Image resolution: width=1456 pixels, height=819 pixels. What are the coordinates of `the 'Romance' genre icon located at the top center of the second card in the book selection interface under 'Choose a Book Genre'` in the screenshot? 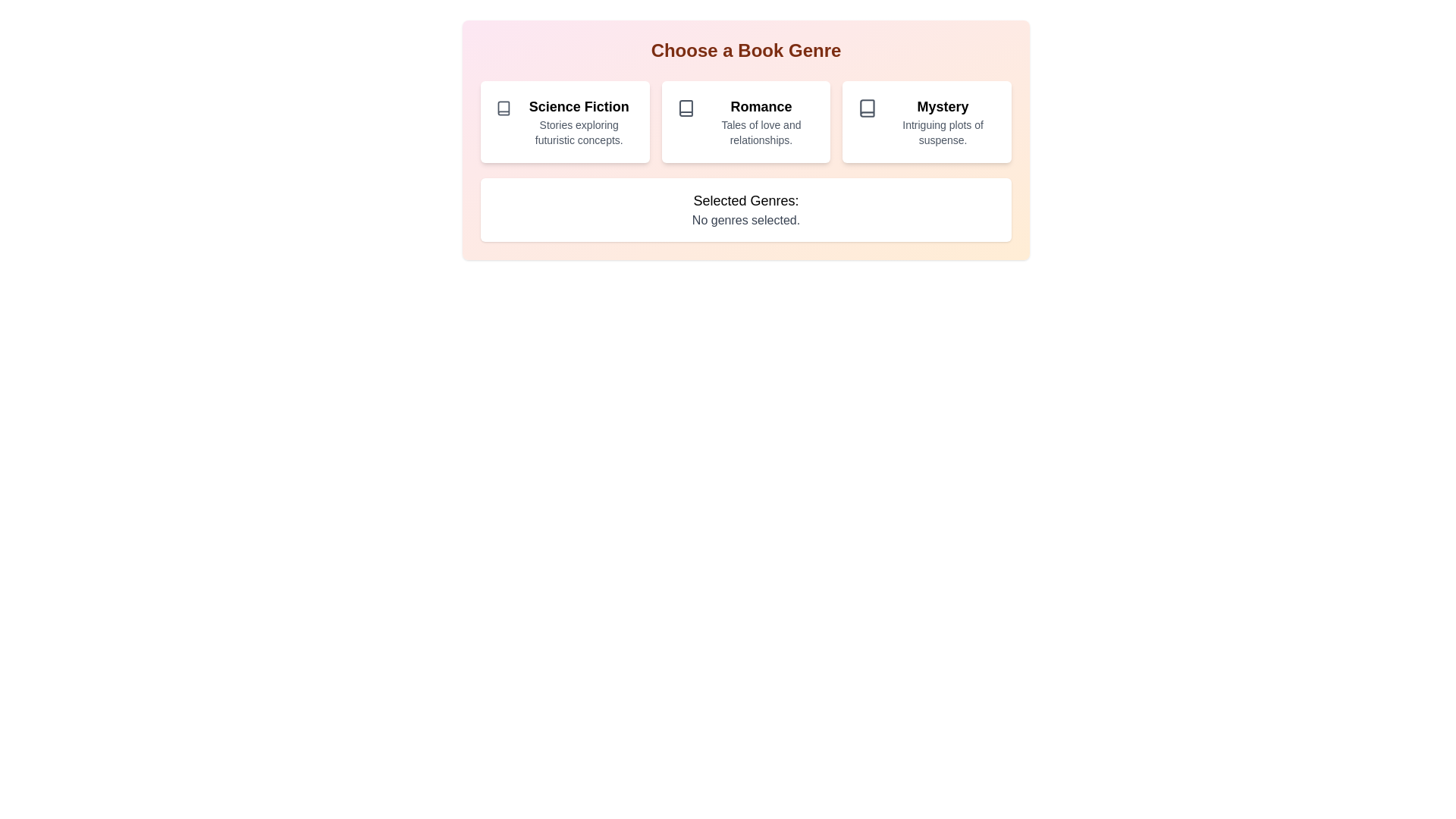 It's located at (685, 107).